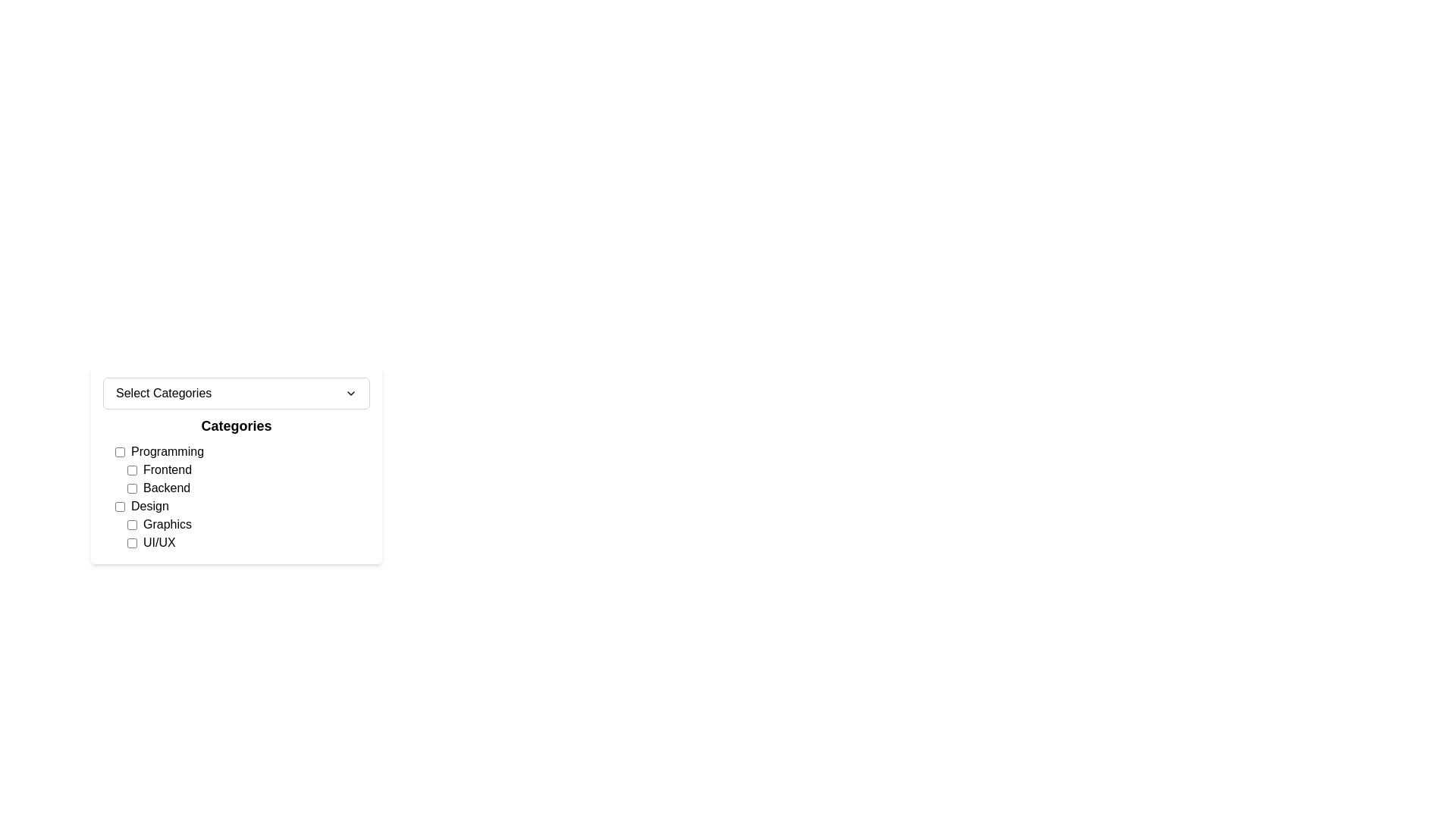 This screenshot has height=819, width=1456. Describe the element at coordinates (119, 451) in the screenshot. I see `the first checkbox in the vertical list of selectable categories` at that location.